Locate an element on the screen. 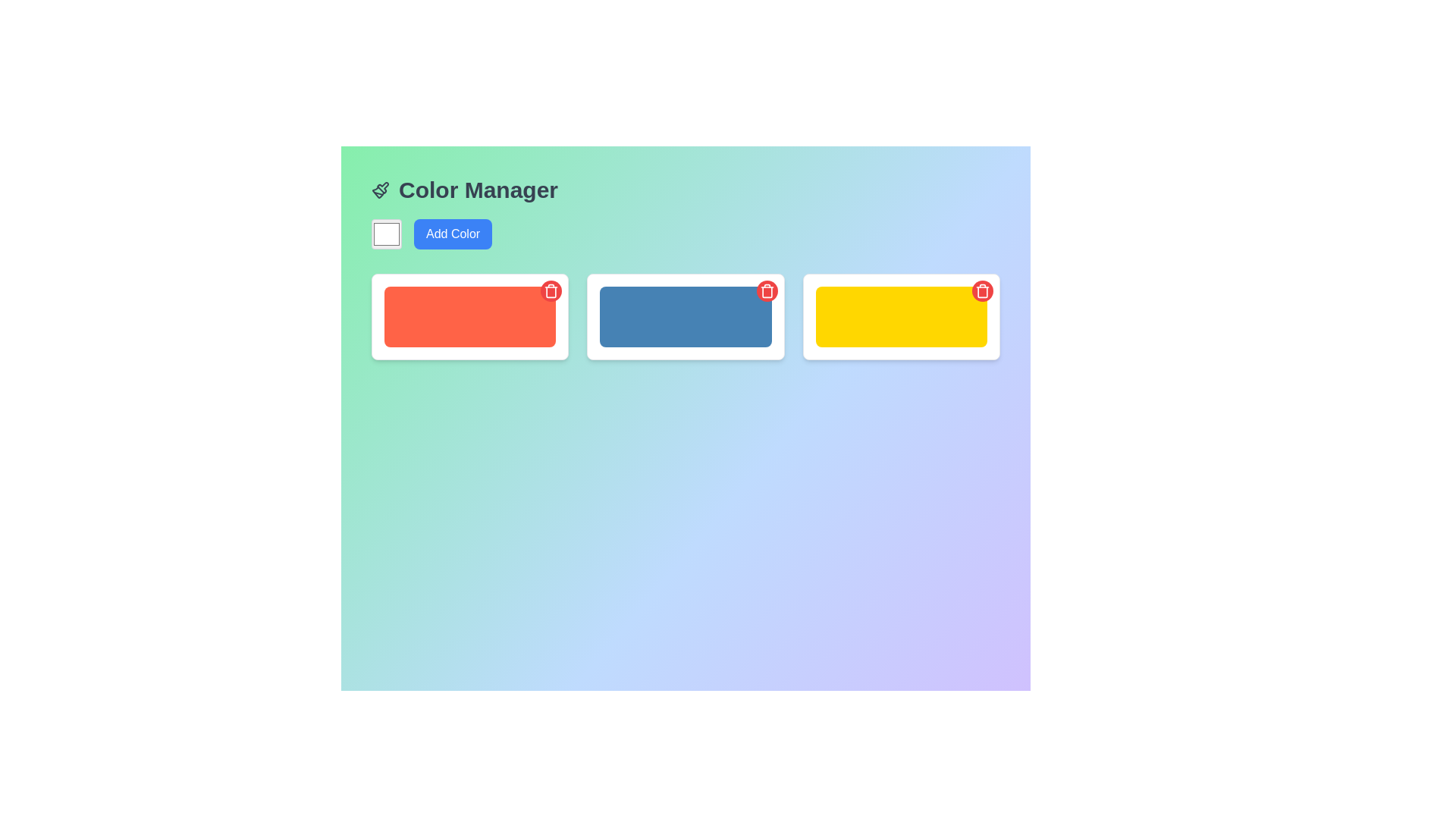 The height and width of the screenshot is (819, 1456). the rounded blue button labeled 'Add Color' is located at coordinates (452, 234).